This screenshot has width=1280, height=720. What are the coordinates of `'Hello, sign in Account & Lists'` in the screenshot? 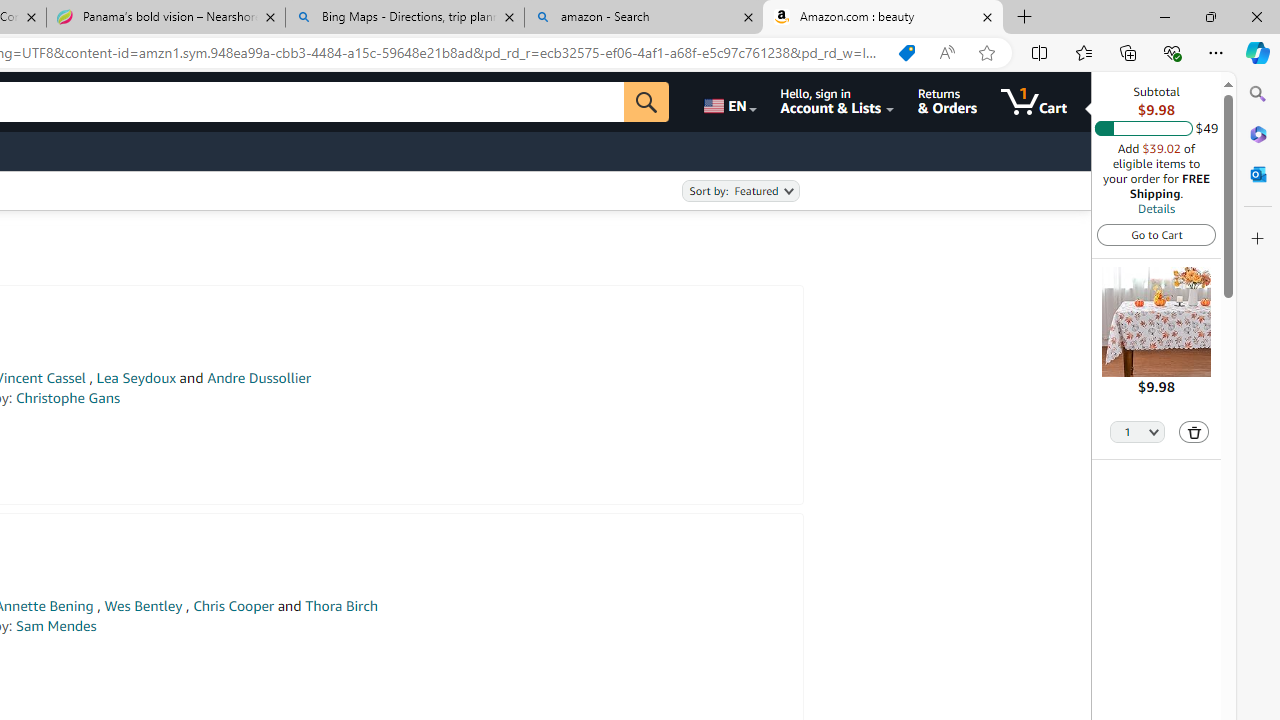 It's located at (837, 101).